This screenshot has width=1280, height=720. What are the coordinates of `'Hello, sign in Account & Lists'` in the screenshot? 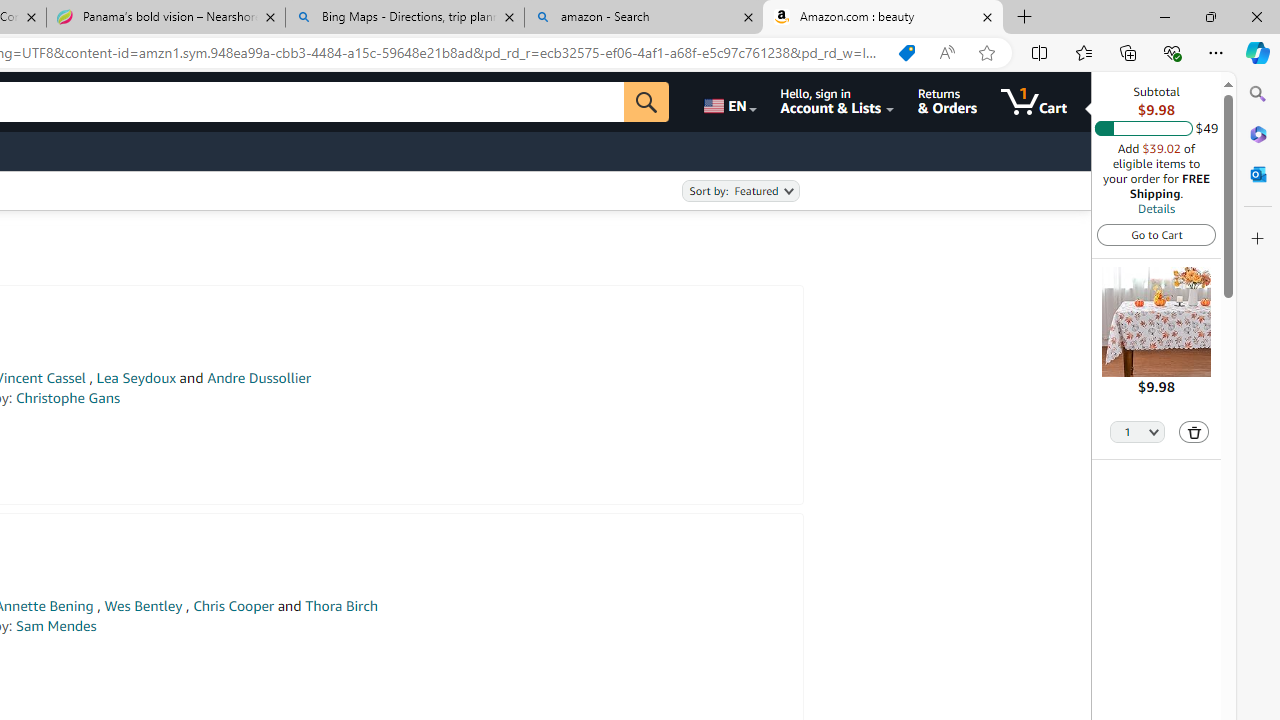 It's located at (837, 101).